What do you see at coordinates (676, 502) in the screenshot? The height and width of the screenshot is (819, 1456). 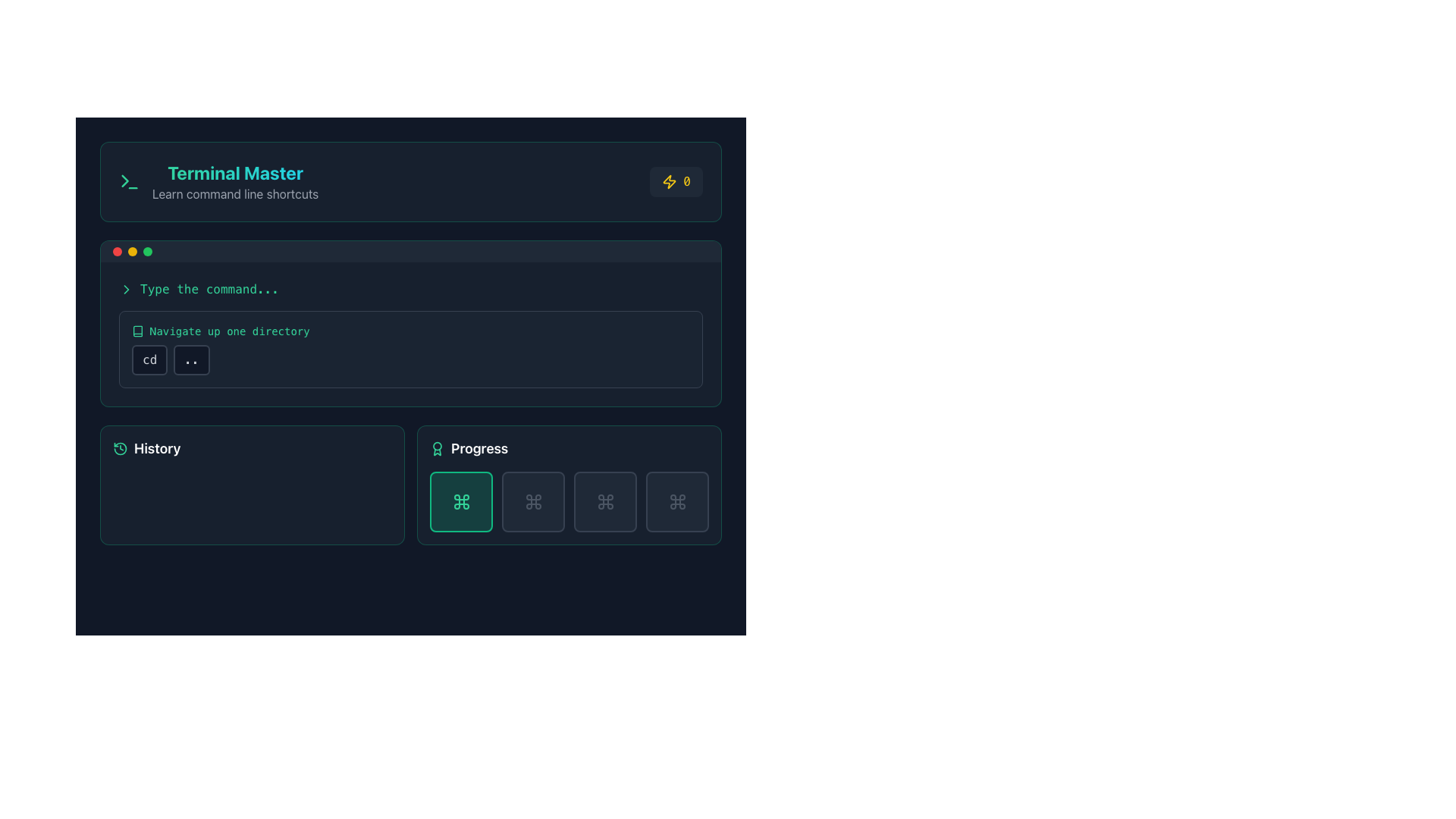 I see `the command key symbol icon, which is the fourth icon in the horizontally arranged group under the 'Progress' section in the lower-right quadrant of the dark-themed interface` at bounding box center [676, 502].